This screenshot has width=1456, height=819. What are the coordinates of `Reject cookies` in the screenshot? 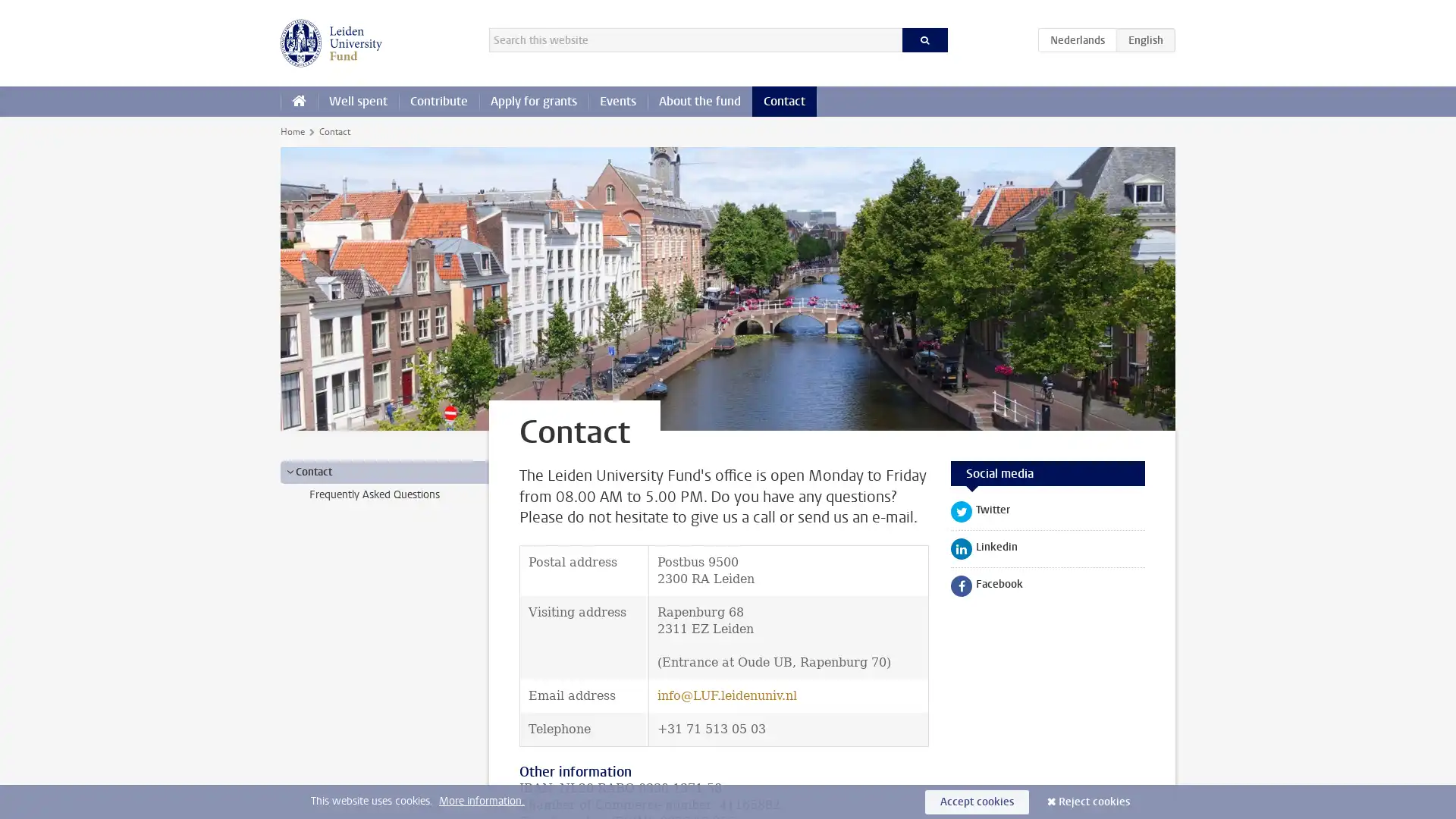 It's located at (1094, 801).